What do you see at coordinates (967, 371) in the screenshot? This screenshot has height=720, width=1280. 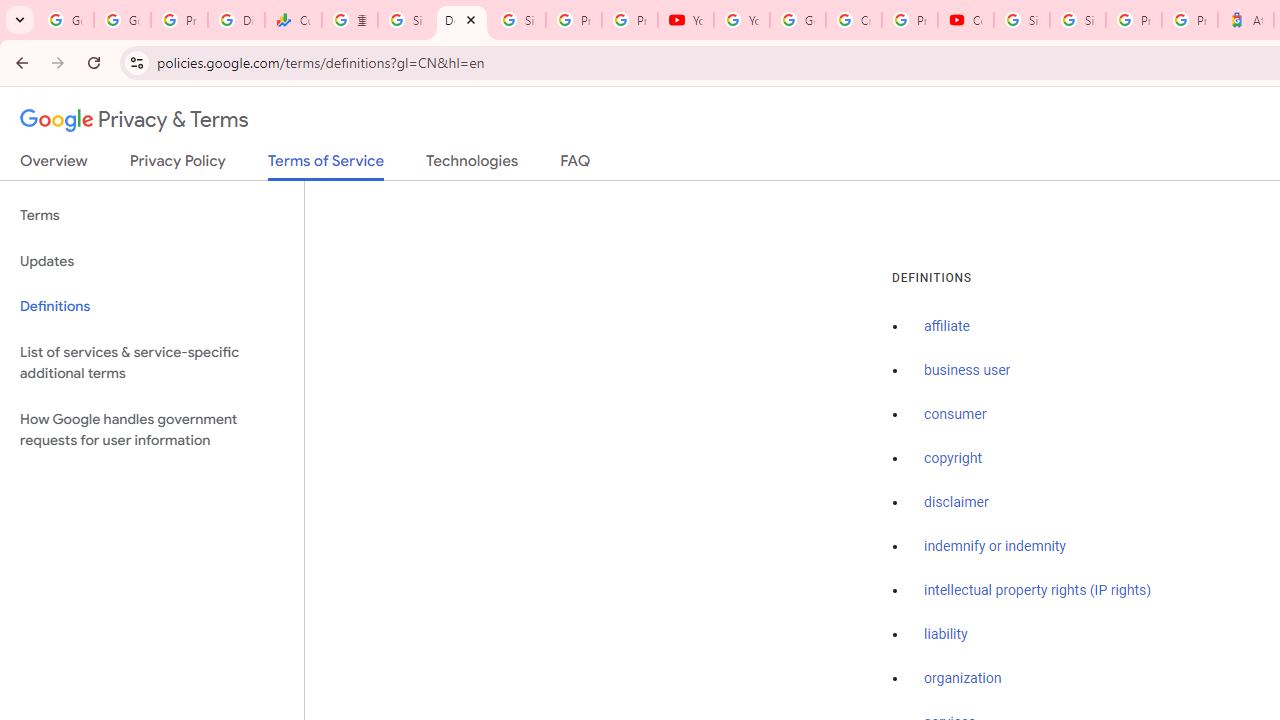 I see `'business user'` at bounding box center [967, 371].